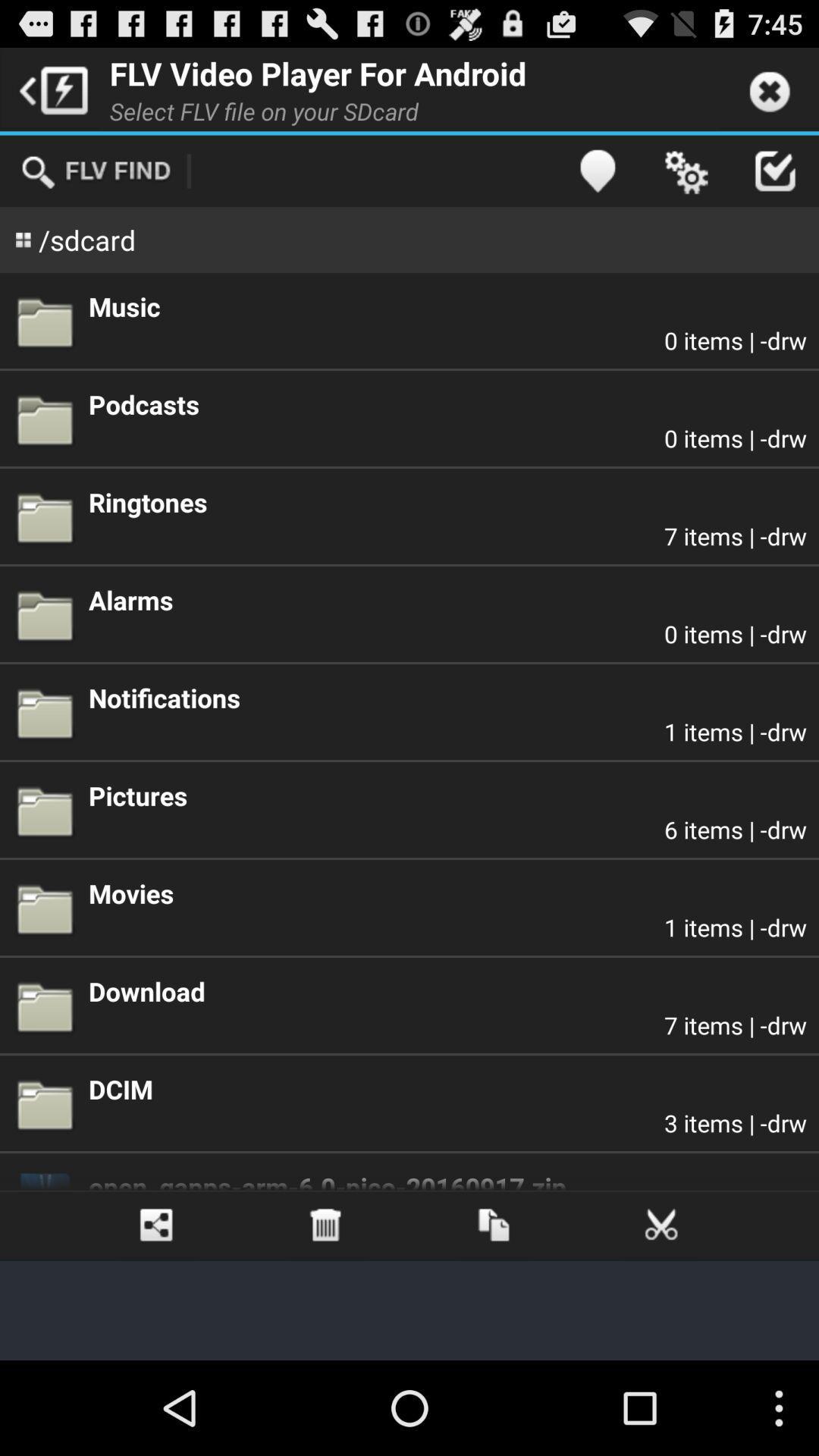 This screenshot has height=1456, width=819. I want to click on the settings icon, so click(686, 182).